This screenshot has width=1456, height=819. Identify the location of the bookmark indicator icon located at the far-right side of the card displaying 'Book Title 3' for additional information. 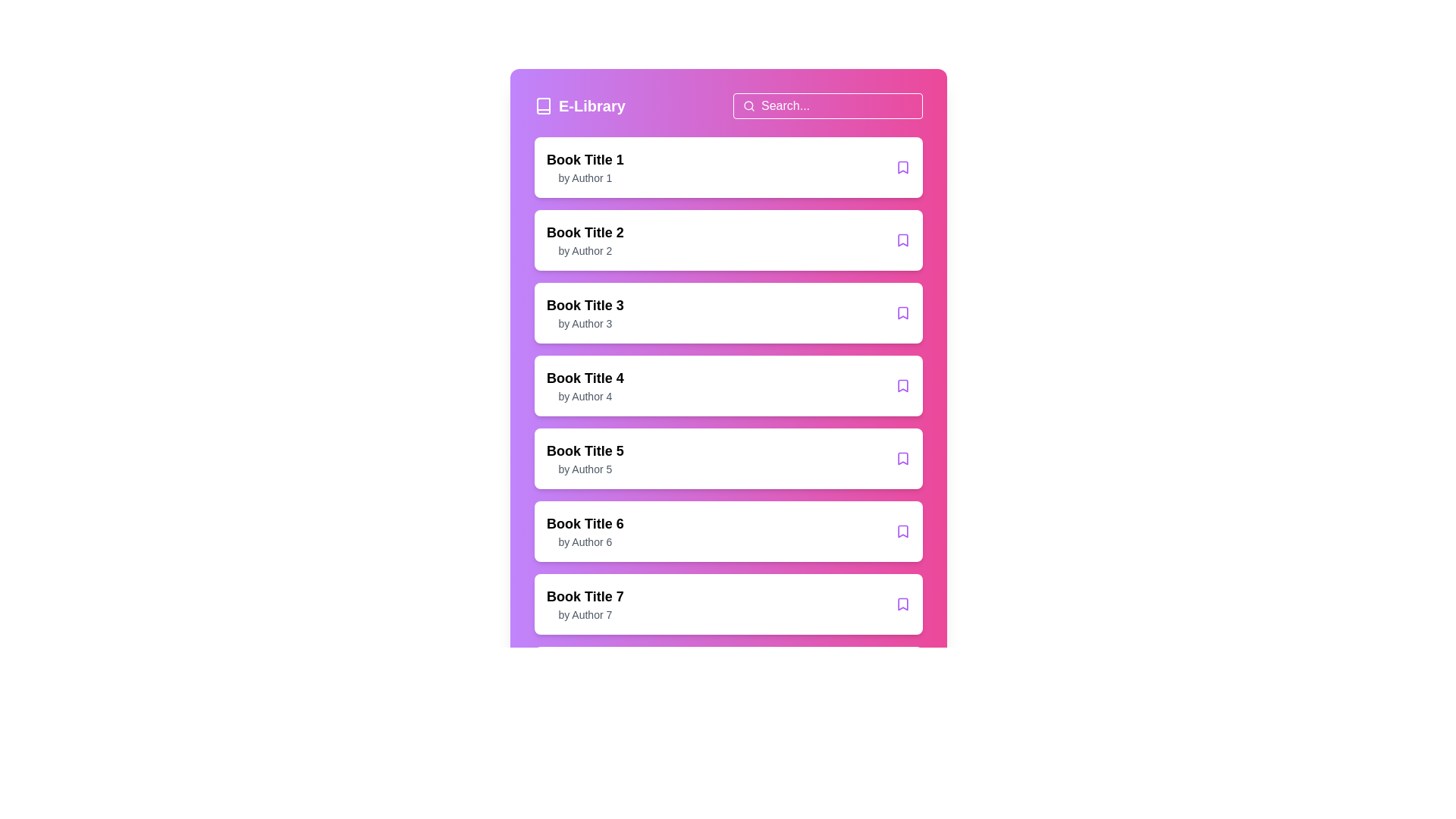
(902, 312).